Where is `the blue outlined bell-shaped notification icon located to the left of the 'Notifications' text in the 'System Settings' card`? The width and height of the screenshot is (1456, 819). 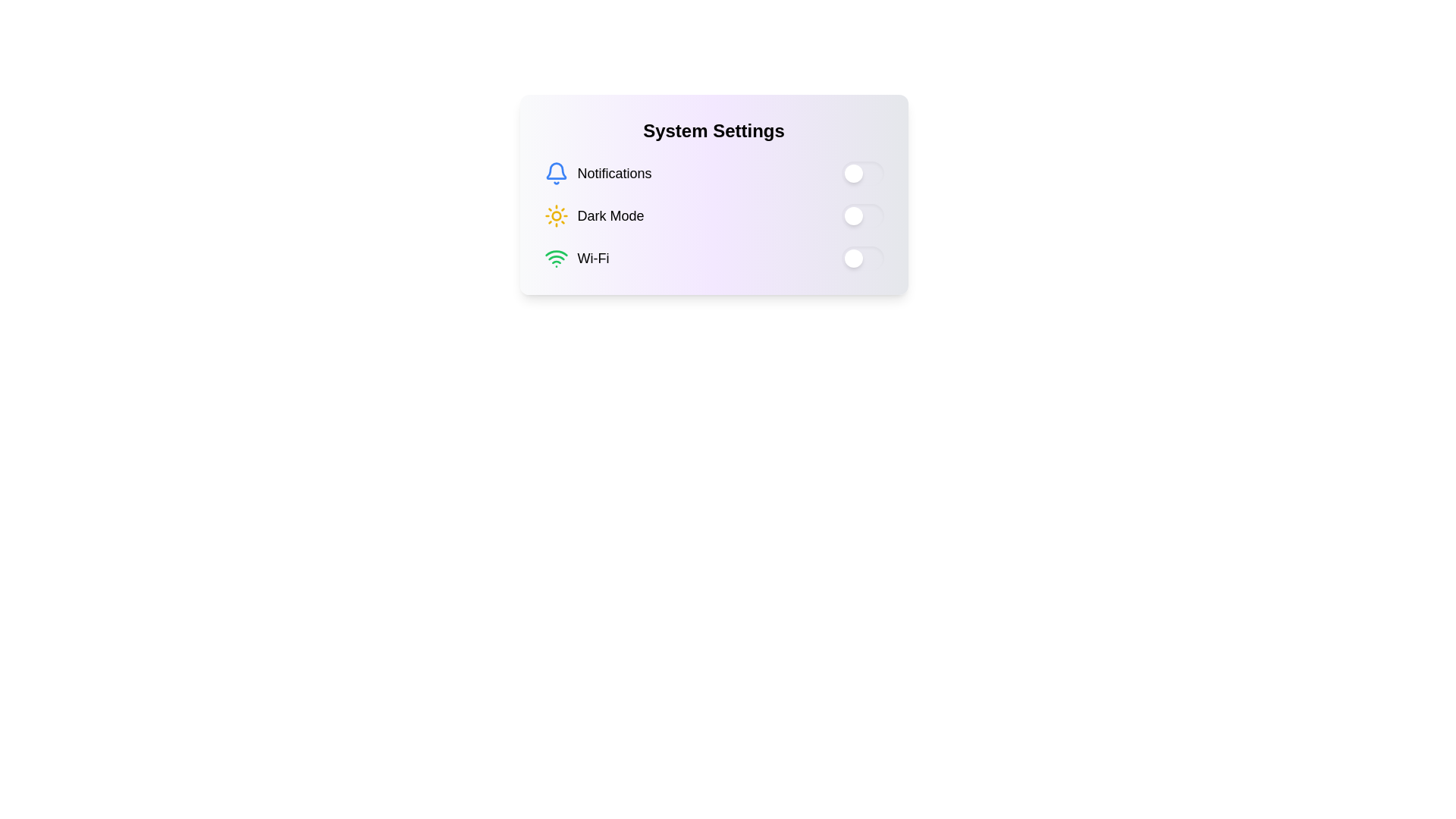
the blue outlined bell-shaped notification icon located to the left of the 'Notifications' text in the 'System Settings' card is located at coordinates (555, 171).